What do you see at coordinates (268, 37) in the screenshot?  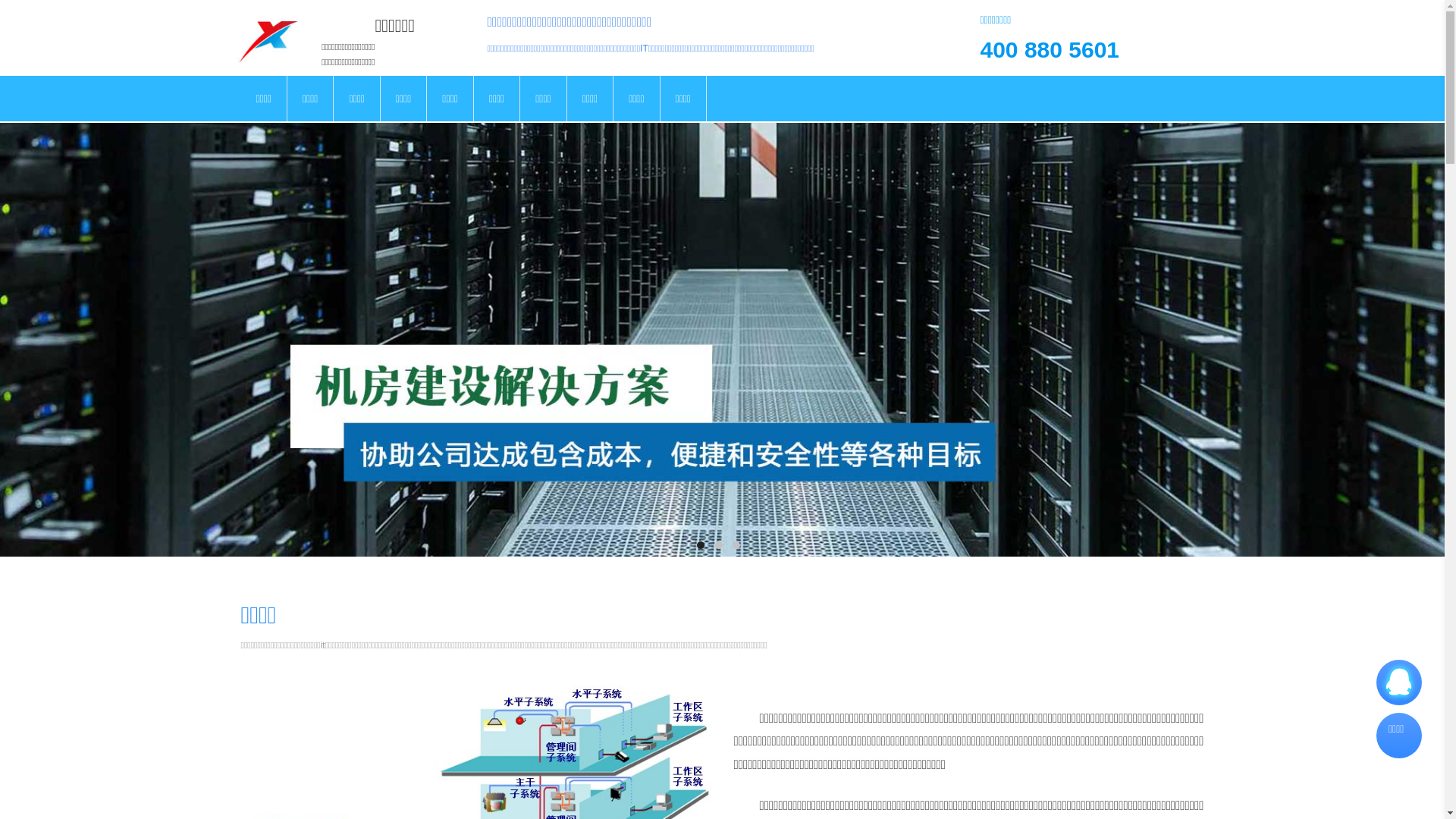 I see `'logo'` at bounding box center [268, 37].